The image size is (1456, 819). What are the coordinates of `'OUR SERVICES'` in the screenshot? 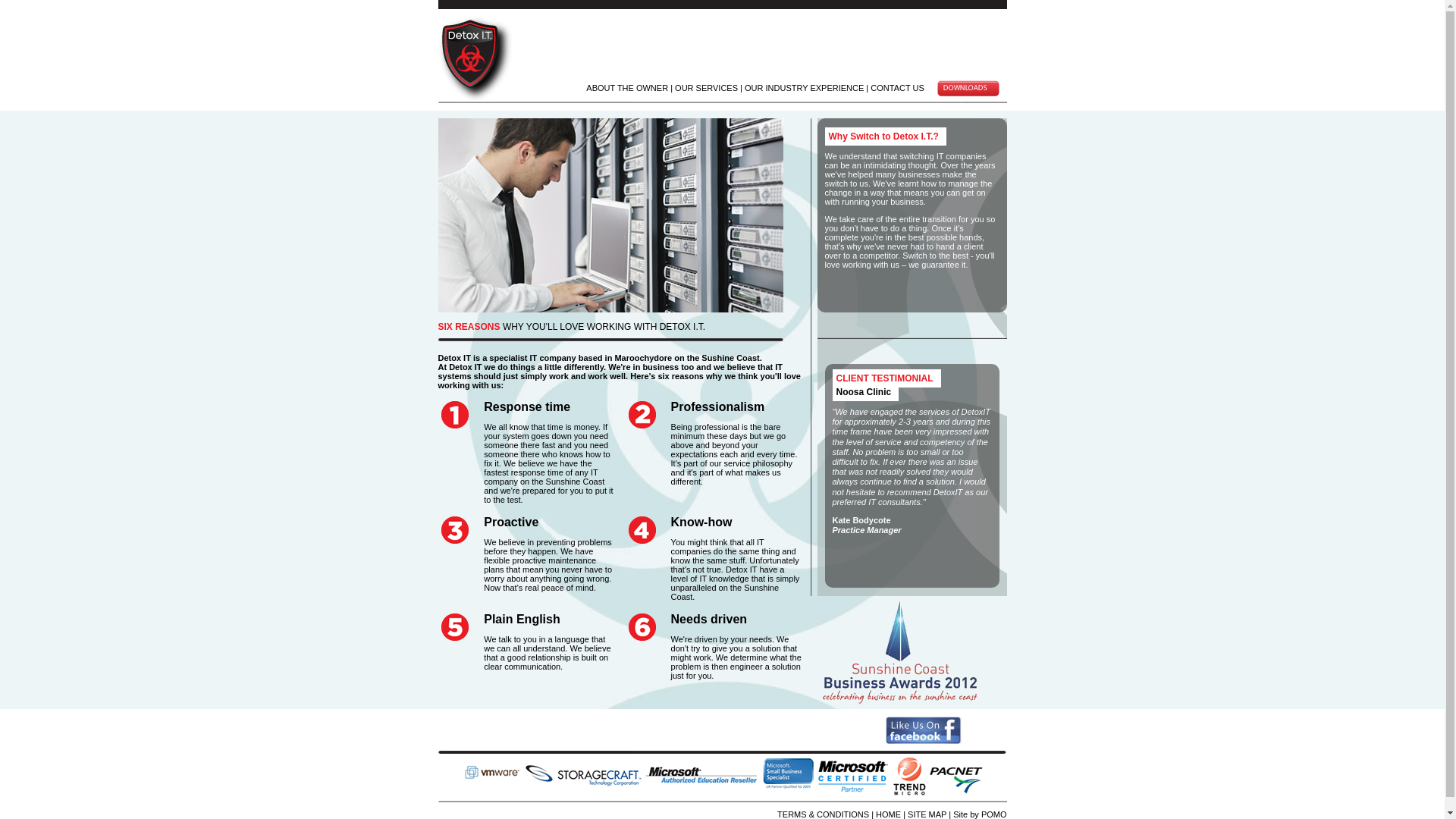 It's located at (673, 87).